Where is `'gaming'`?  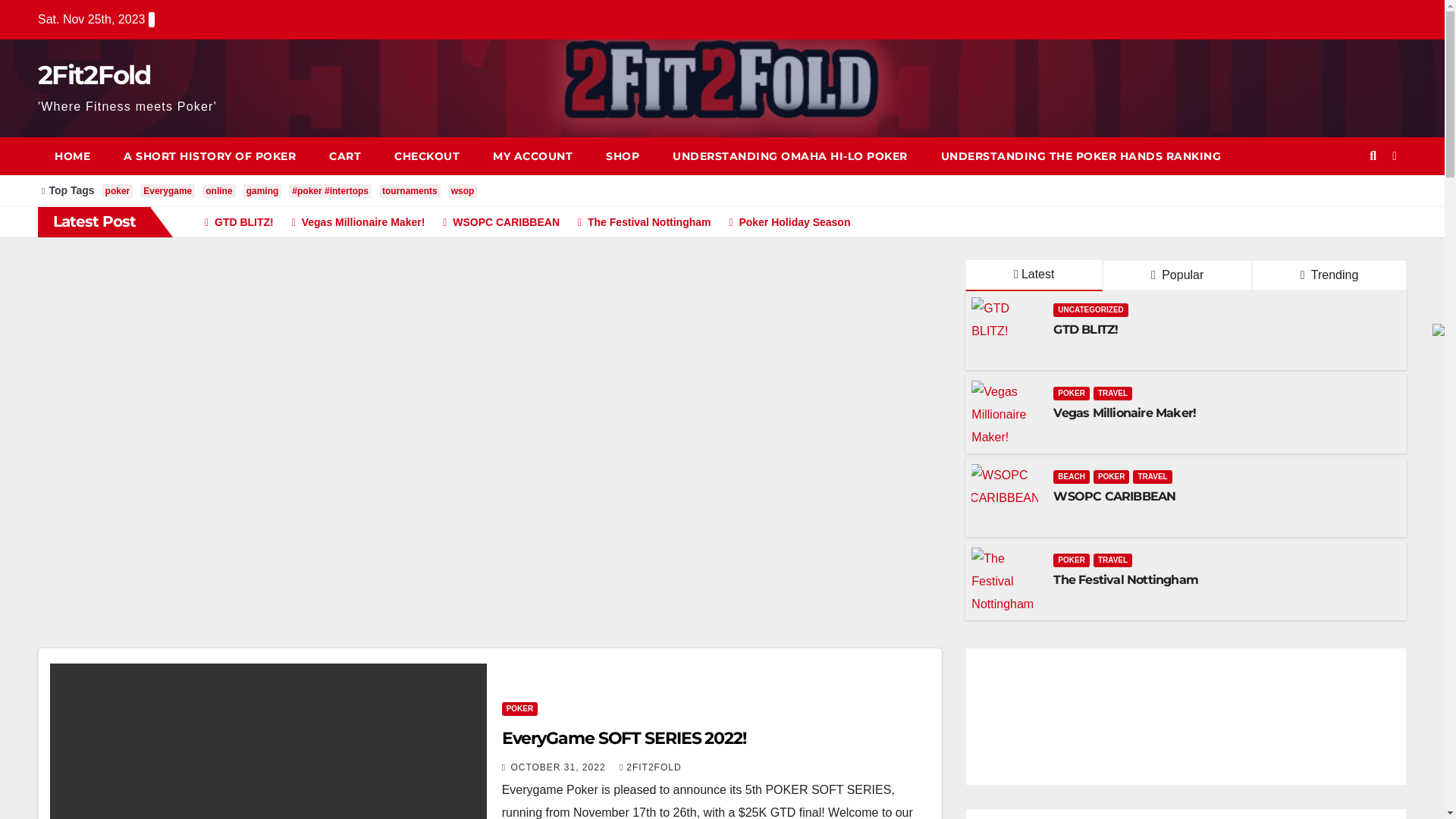 'gaming' is located at coordinates (262, 190).